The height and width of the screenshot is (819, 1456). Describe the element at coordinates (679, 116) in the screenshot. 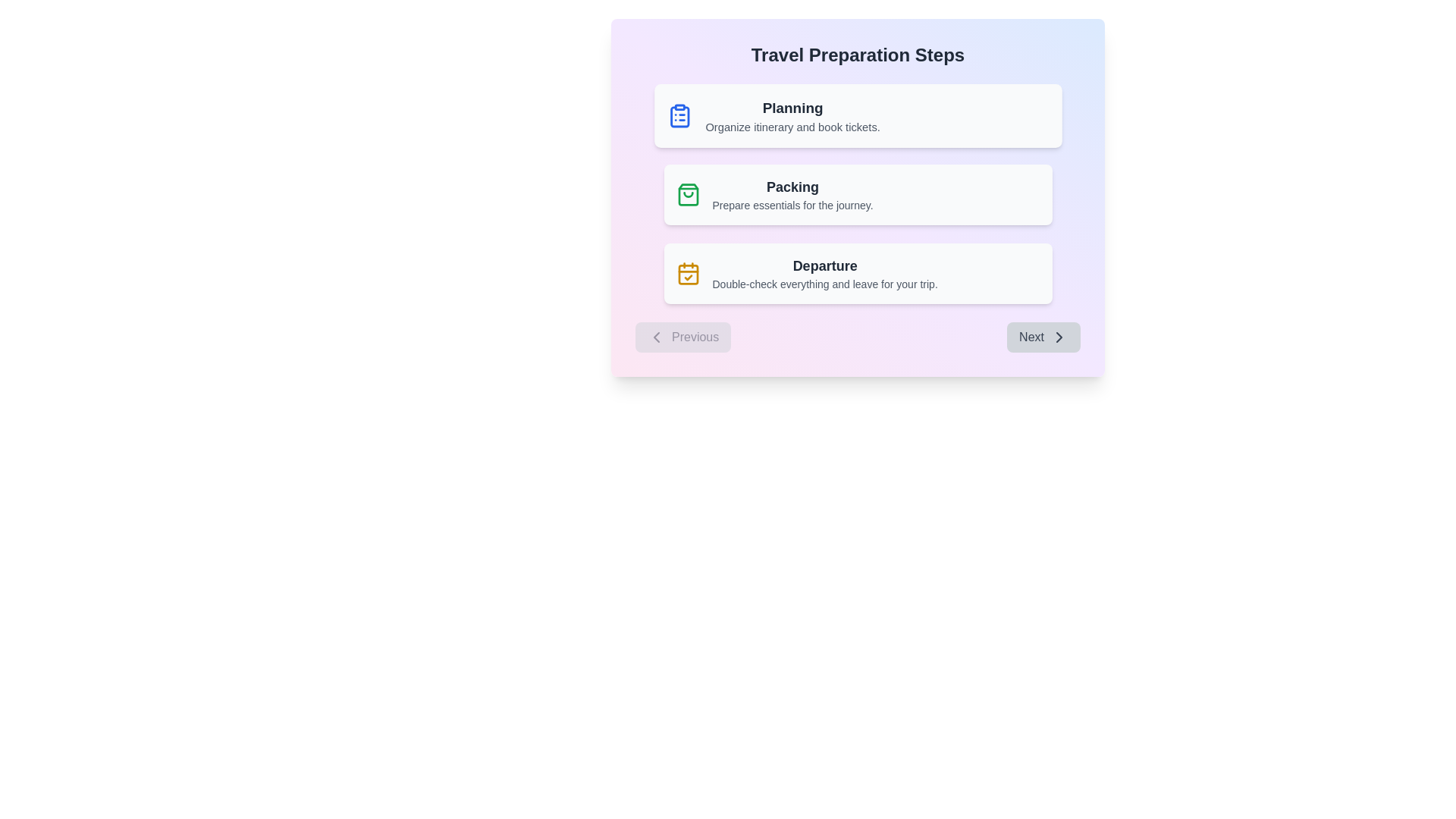

I see `the clipboard icon, which is a navy blue outlined vector icon with a rectangular body and a clip at the top center, located within the 'Planning' button's icon area` at that location.